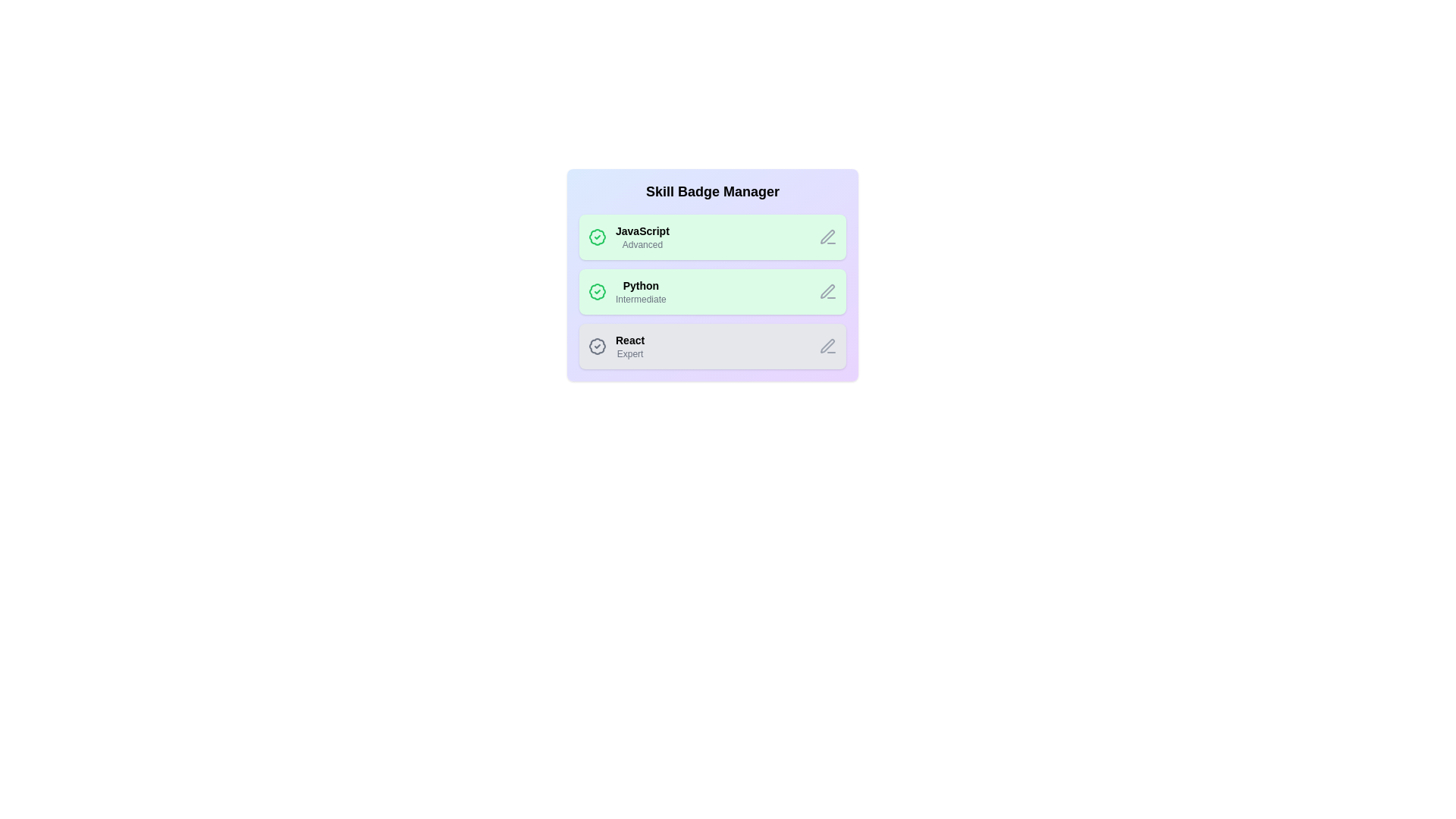 The width and height of the screenshot is (1456, 819). Describe the element at coordinates (827, 292) in the screenshot. I see `the edit icon of the skill badge labeled Python` at that location.